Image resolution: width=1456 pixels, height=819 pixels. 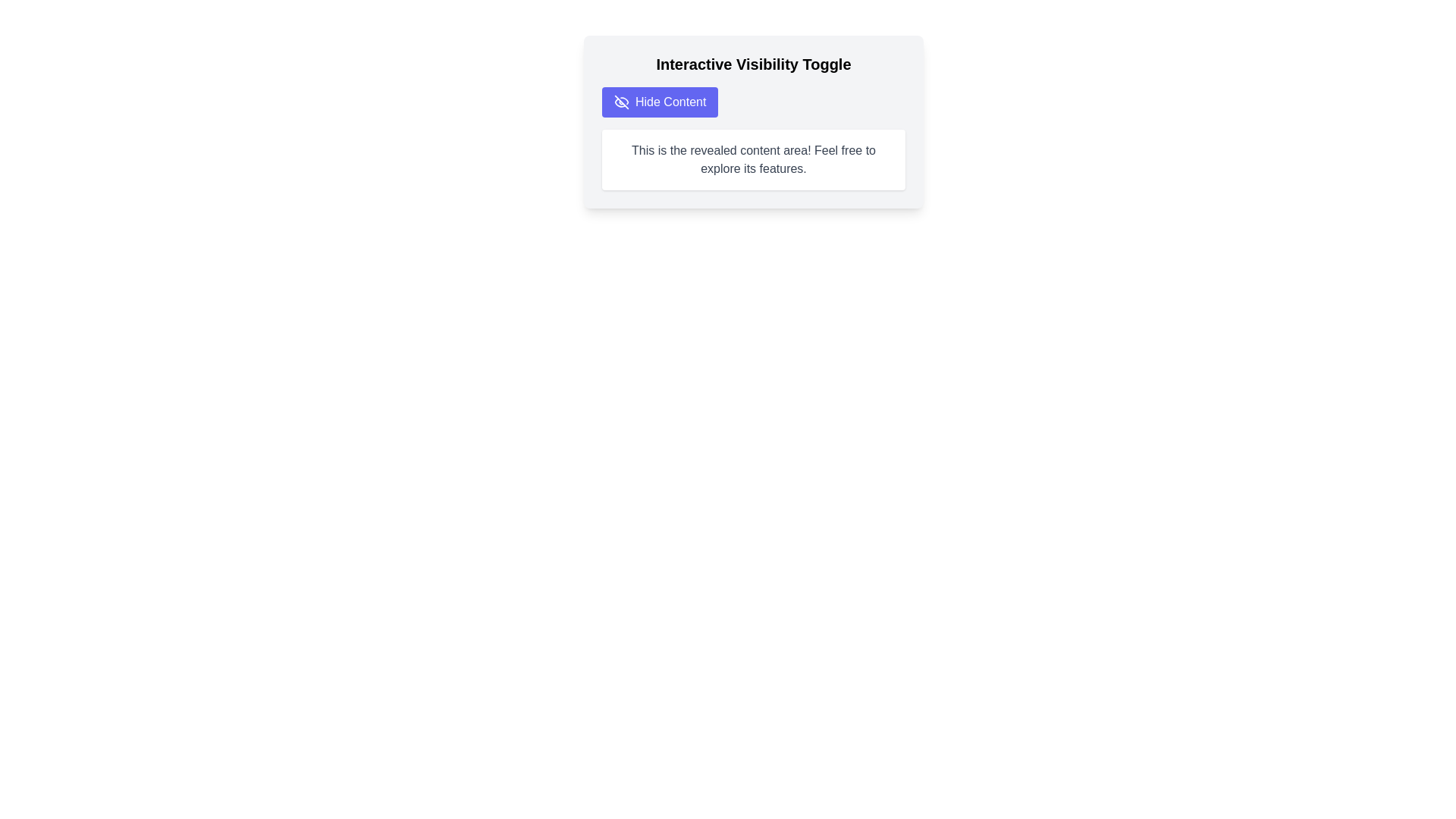 What do you see at coordinates (622, 102) in the screenshot?
I see `the eye-with-slash icon within the 'Hide Content' button to initiate the visibility off action, assuming the button is interactive` at bounding box center [622, 102].